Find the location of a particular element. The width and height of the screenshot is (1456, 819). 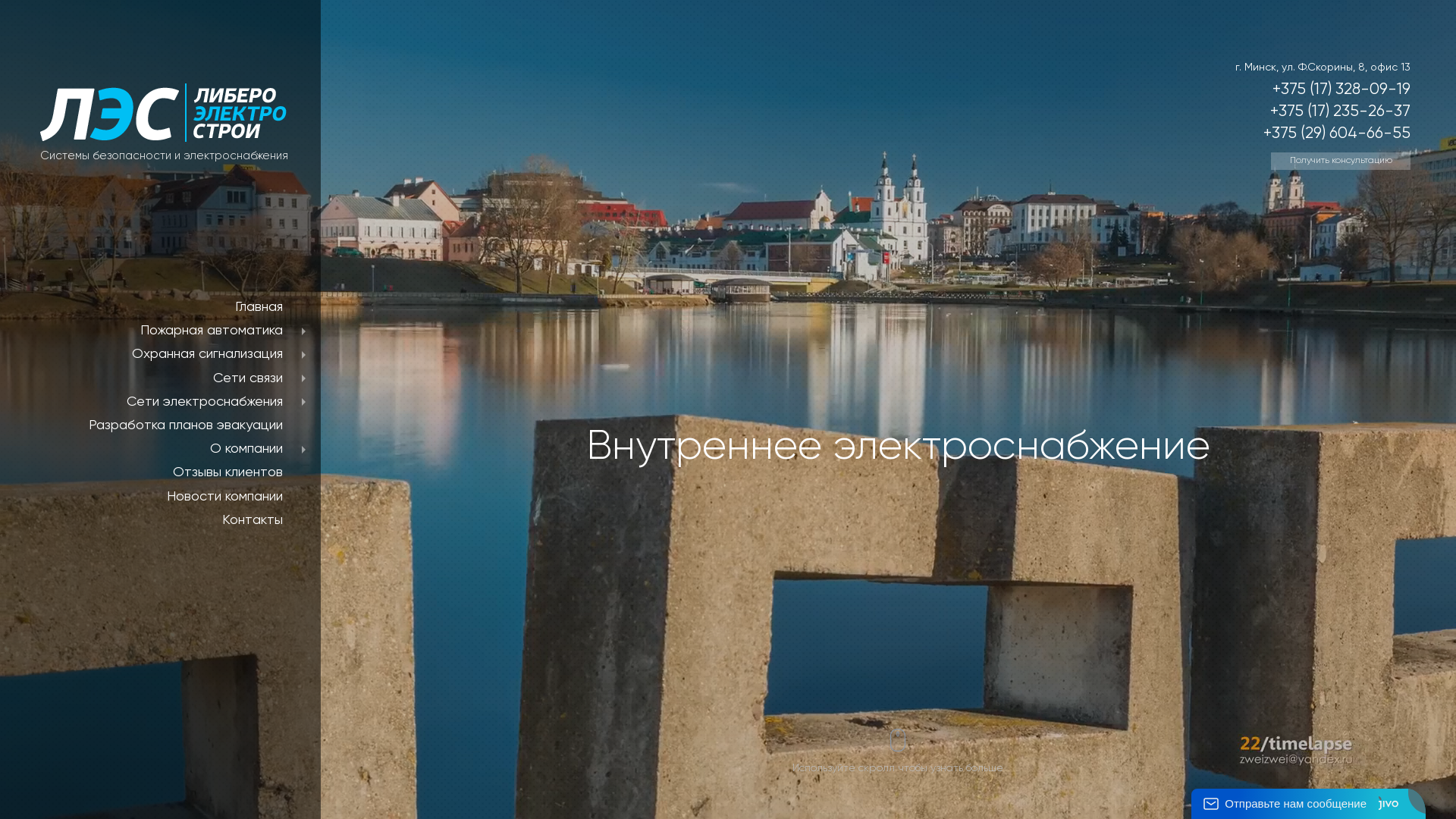

'+375 (17) 328-09-19' is located at coordinates (1341, 89).